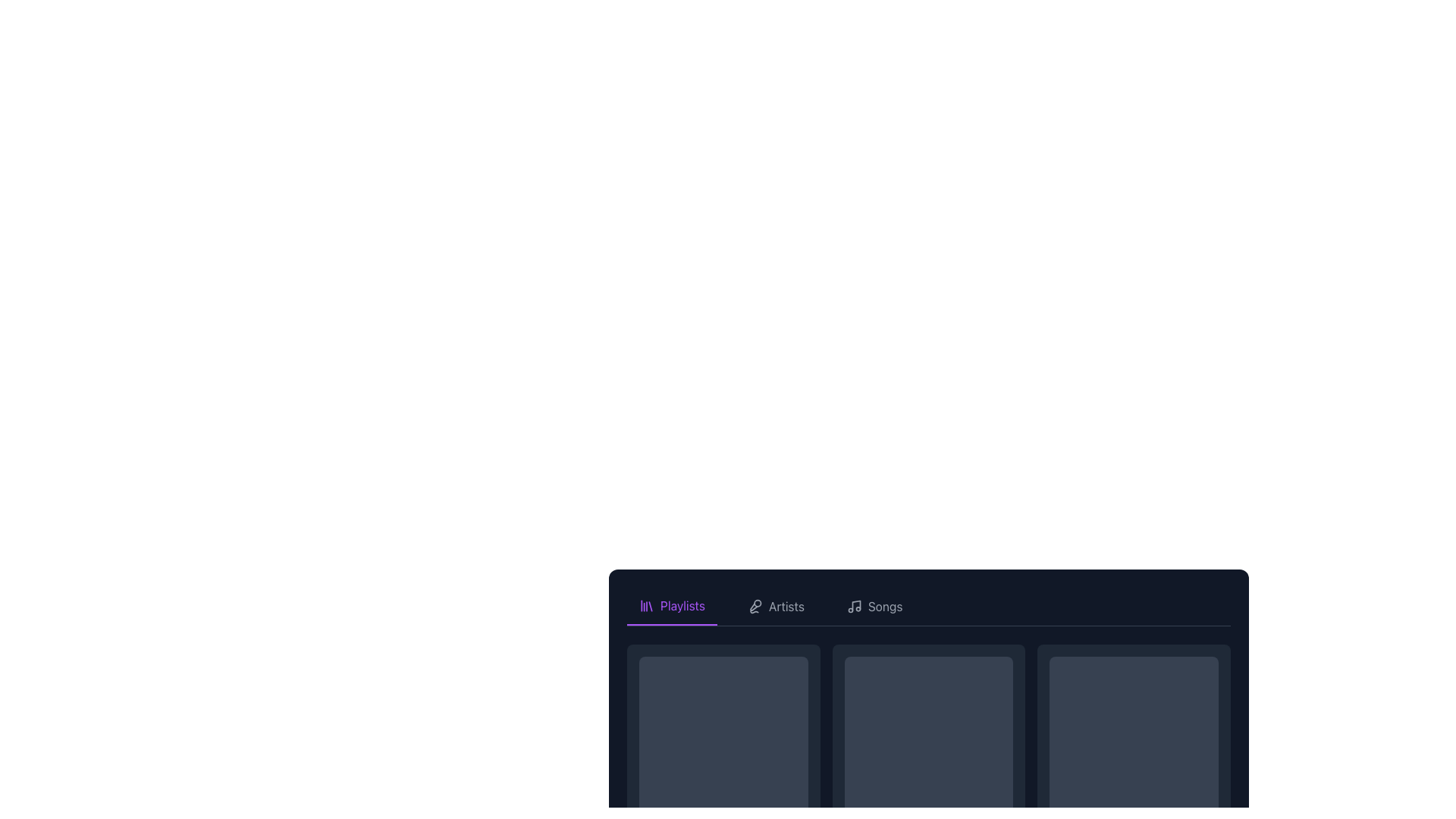  I want to click on 'Songs' icon element located in the navigation menu, which is positioned to the right of the 'Artists' tab and serves as an indicator for the 'Songs' section, so click(854, 605).